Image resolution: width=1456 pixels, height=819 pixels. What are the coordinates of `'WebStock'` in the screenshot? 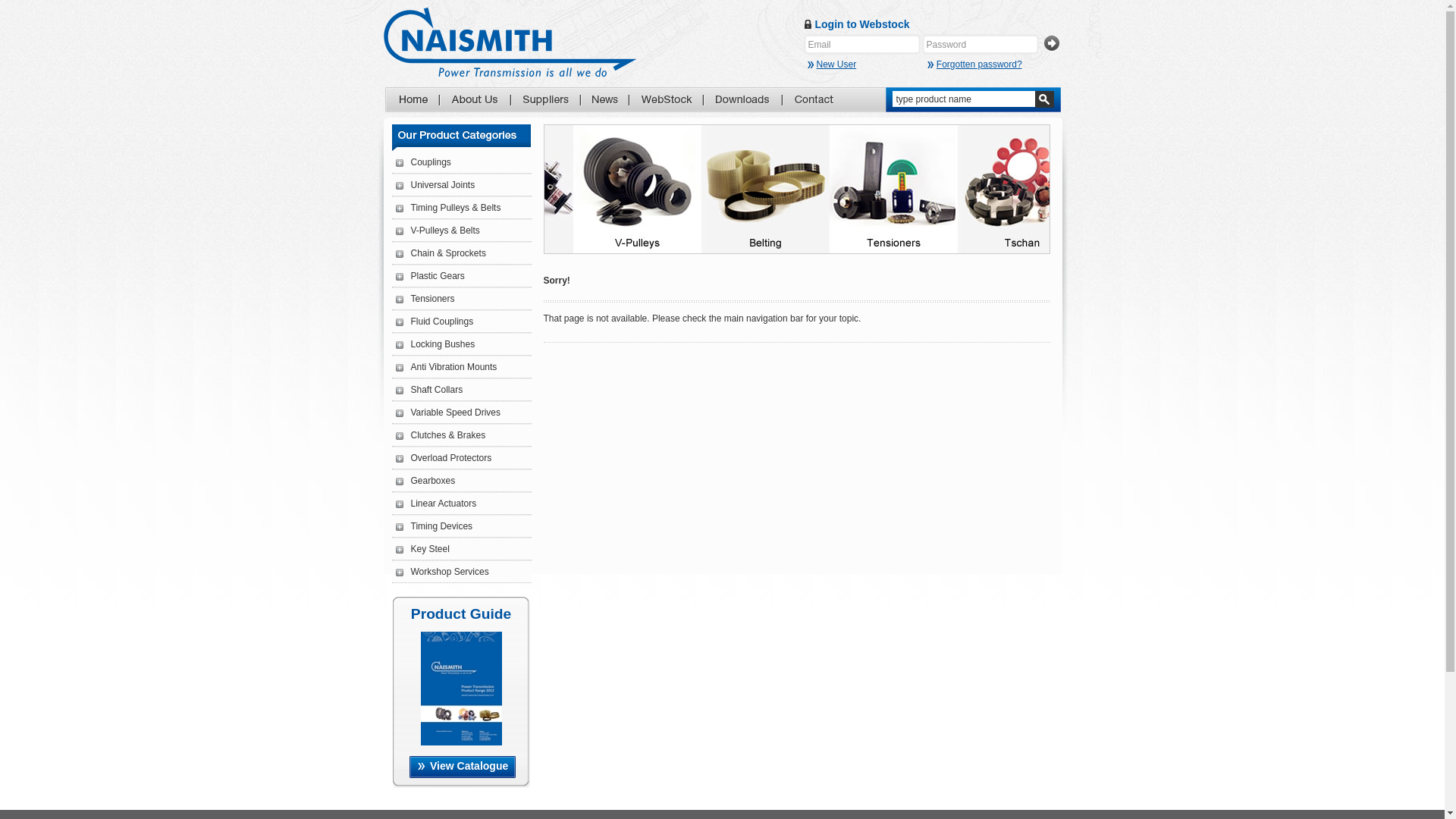 It's located at (640, 99).